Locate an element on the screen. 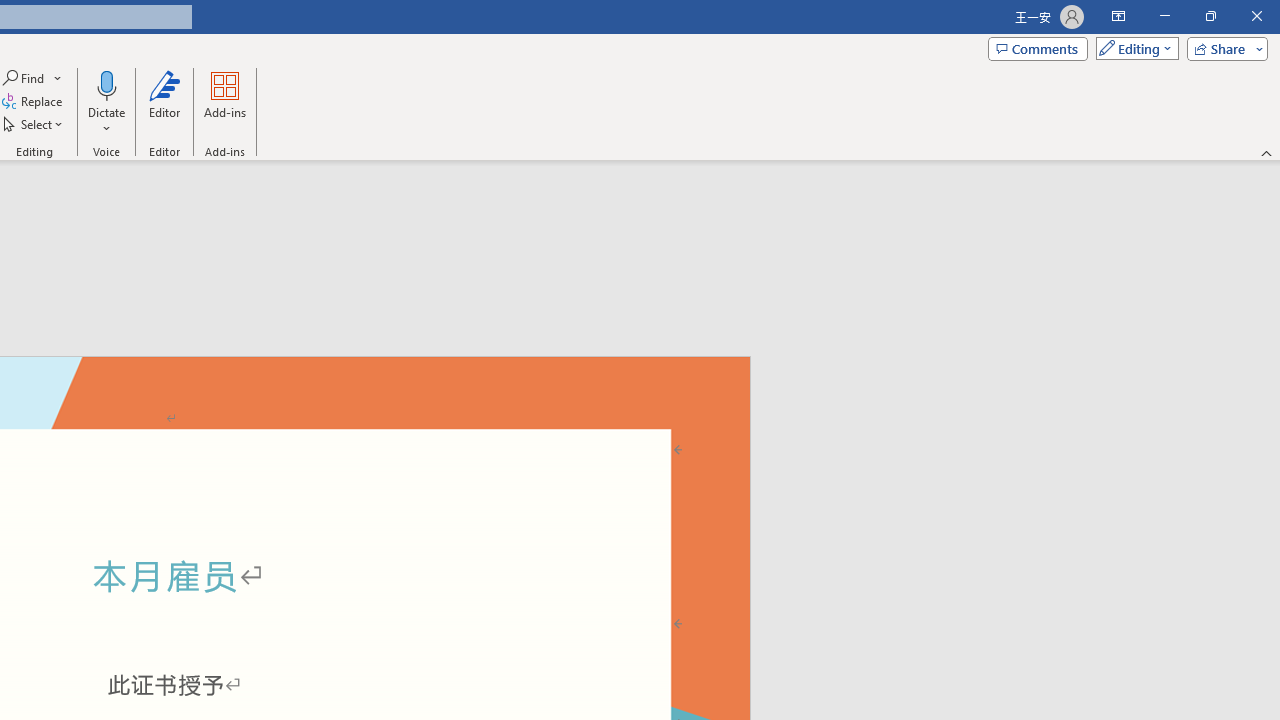  'Collapse the Ribbon' is located at coordinates (1266, 152).